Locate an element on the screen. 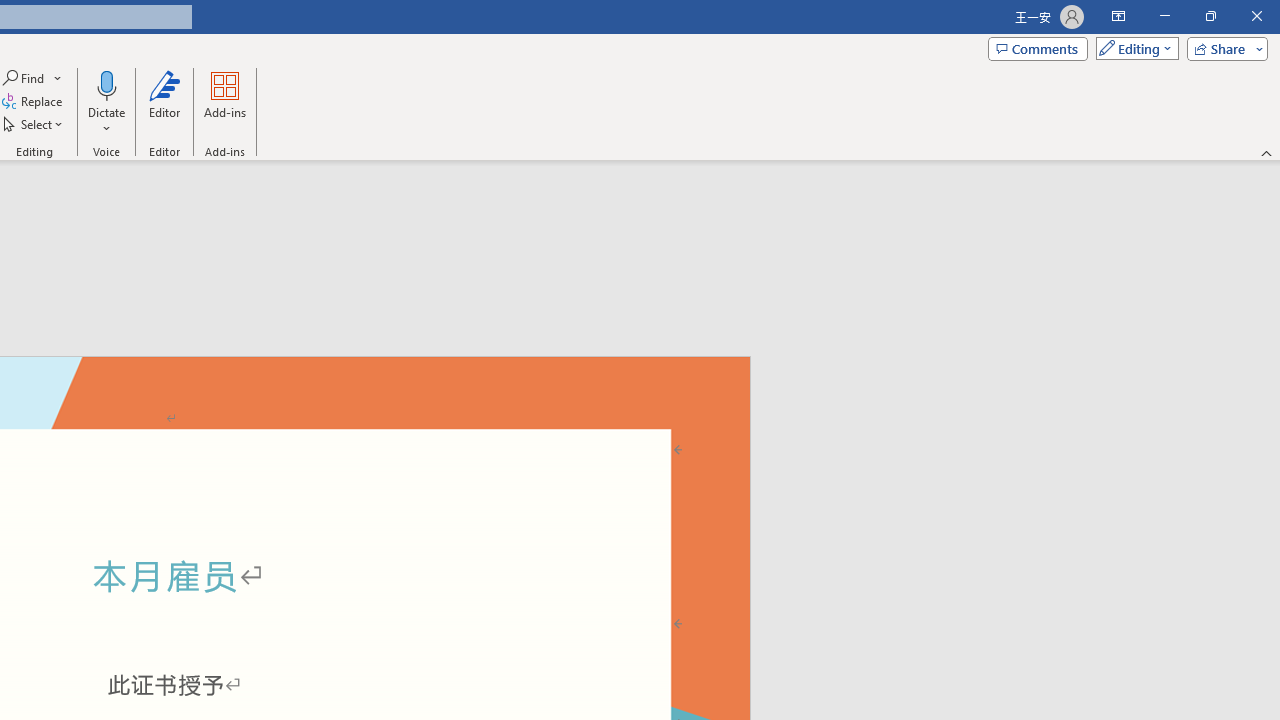  'Collapse the Ribbon' is located at coordinates (1266, 152).